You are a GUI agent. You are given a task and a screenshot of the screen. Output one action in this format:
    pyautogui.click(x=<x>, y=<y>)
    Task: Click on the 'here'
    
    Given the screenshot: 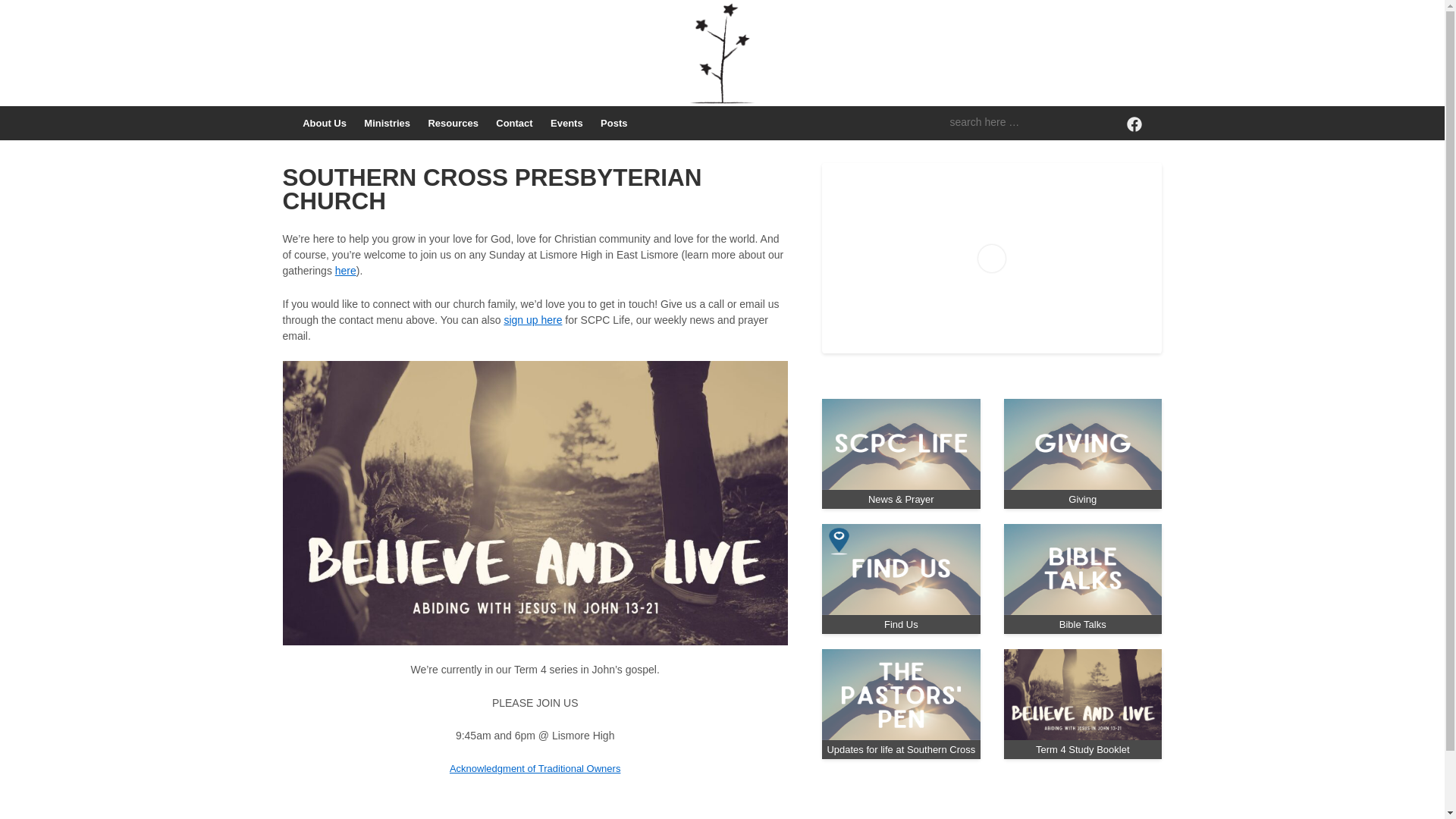 What is the action you would take?
    pyautogui.click(x=345, y=270)
    